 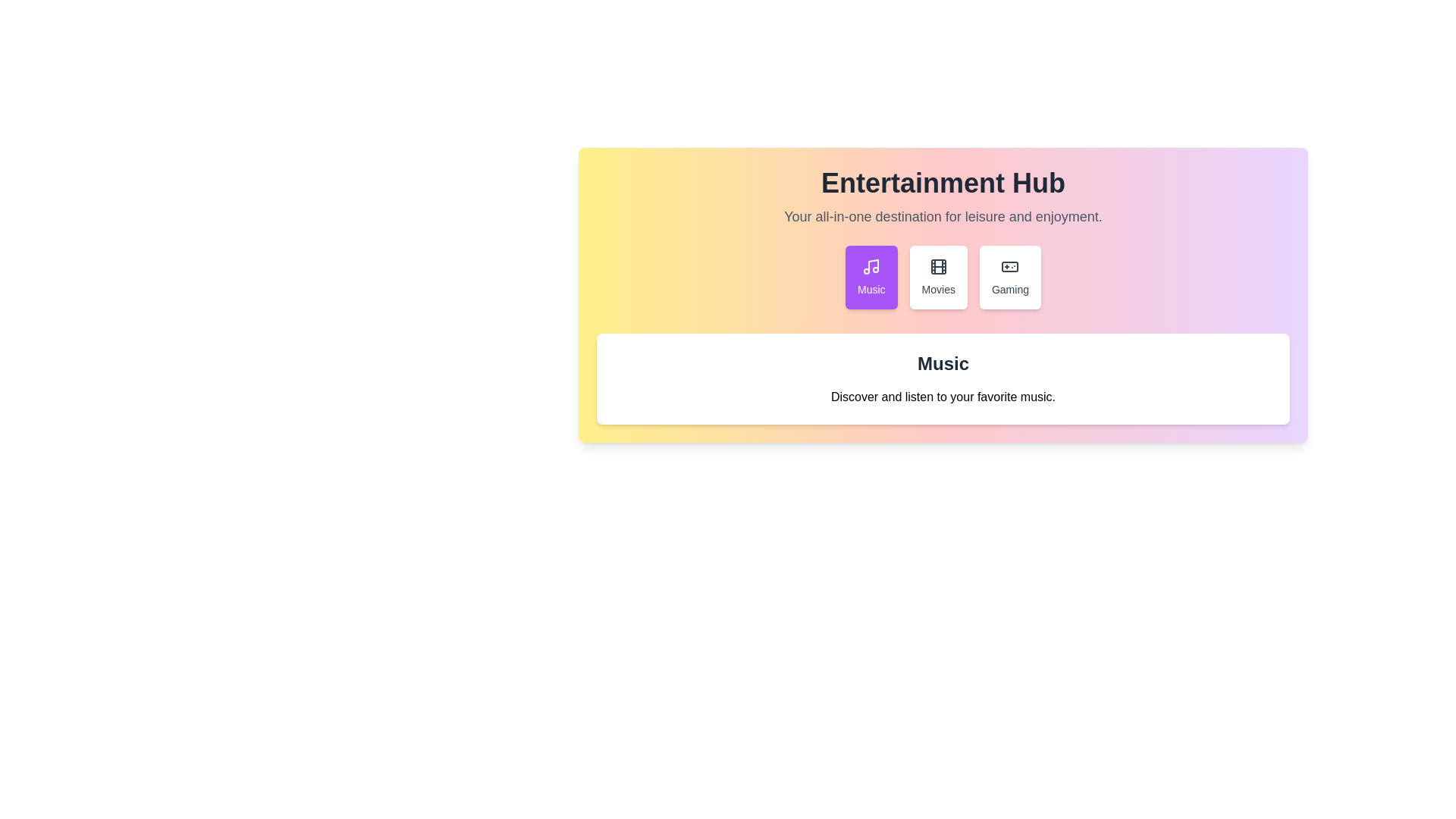 I want to click on the bold heading element labeled 'Entertainment Hub', which is centrally positioned at the top of the interface against a gradient background, so click(x=942, y=182).